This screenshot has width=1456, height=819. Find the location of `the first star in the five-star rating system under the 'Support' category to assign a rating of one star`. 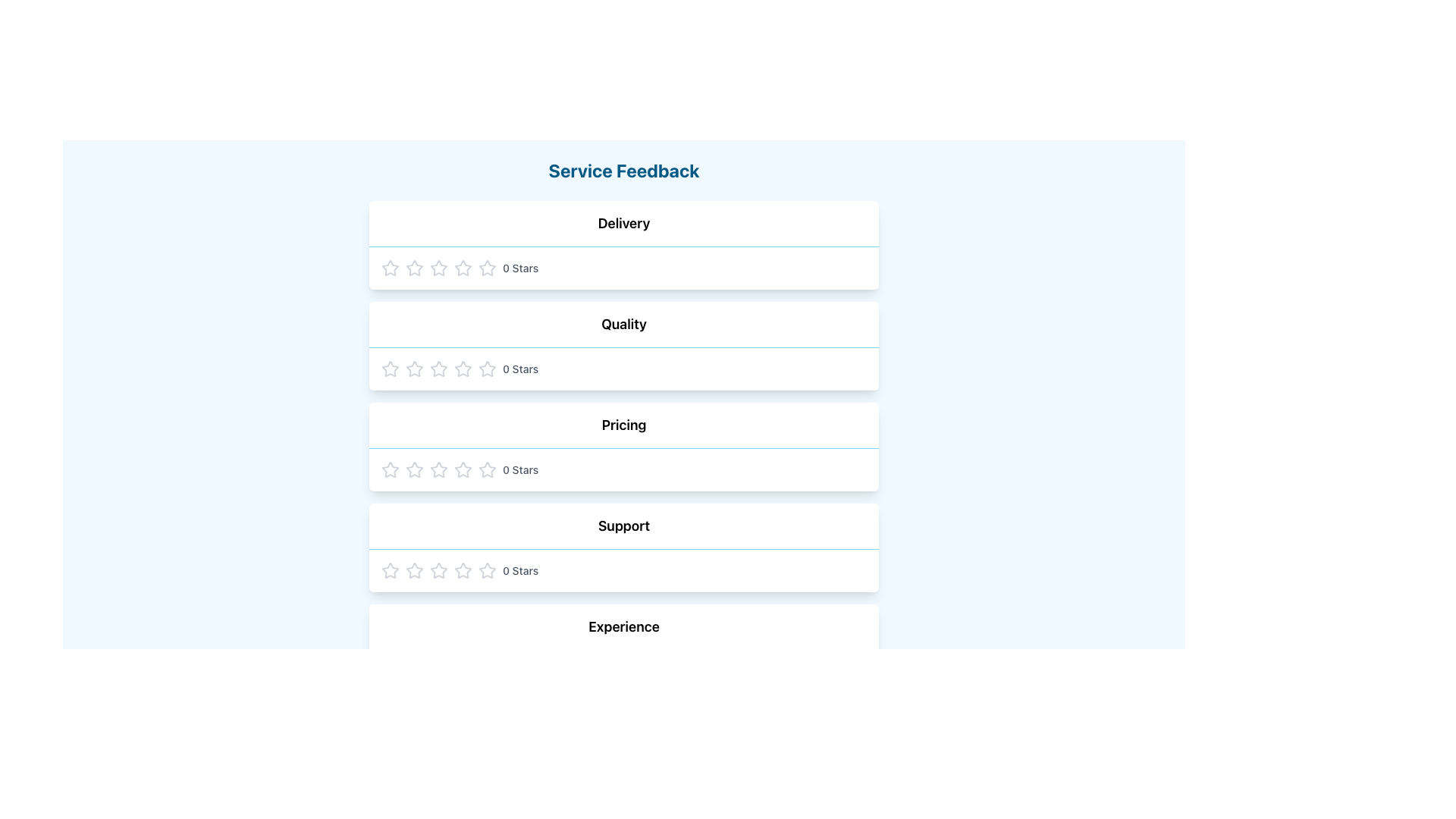

the first star in the five-star rating system under the 'Support' category to assign a rating of one star is located at coordinates (415, 570).